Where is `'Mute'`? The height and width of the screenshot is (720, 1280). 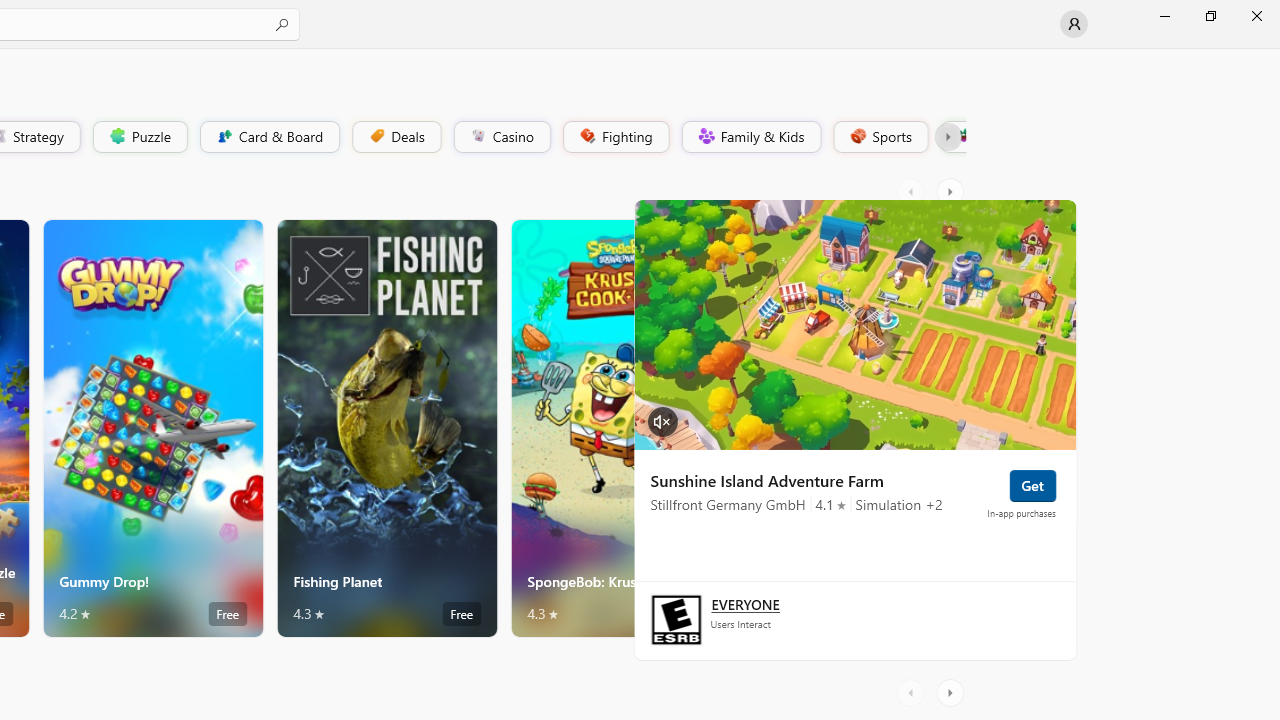
'Mute' is located at coordinates (662, 419).